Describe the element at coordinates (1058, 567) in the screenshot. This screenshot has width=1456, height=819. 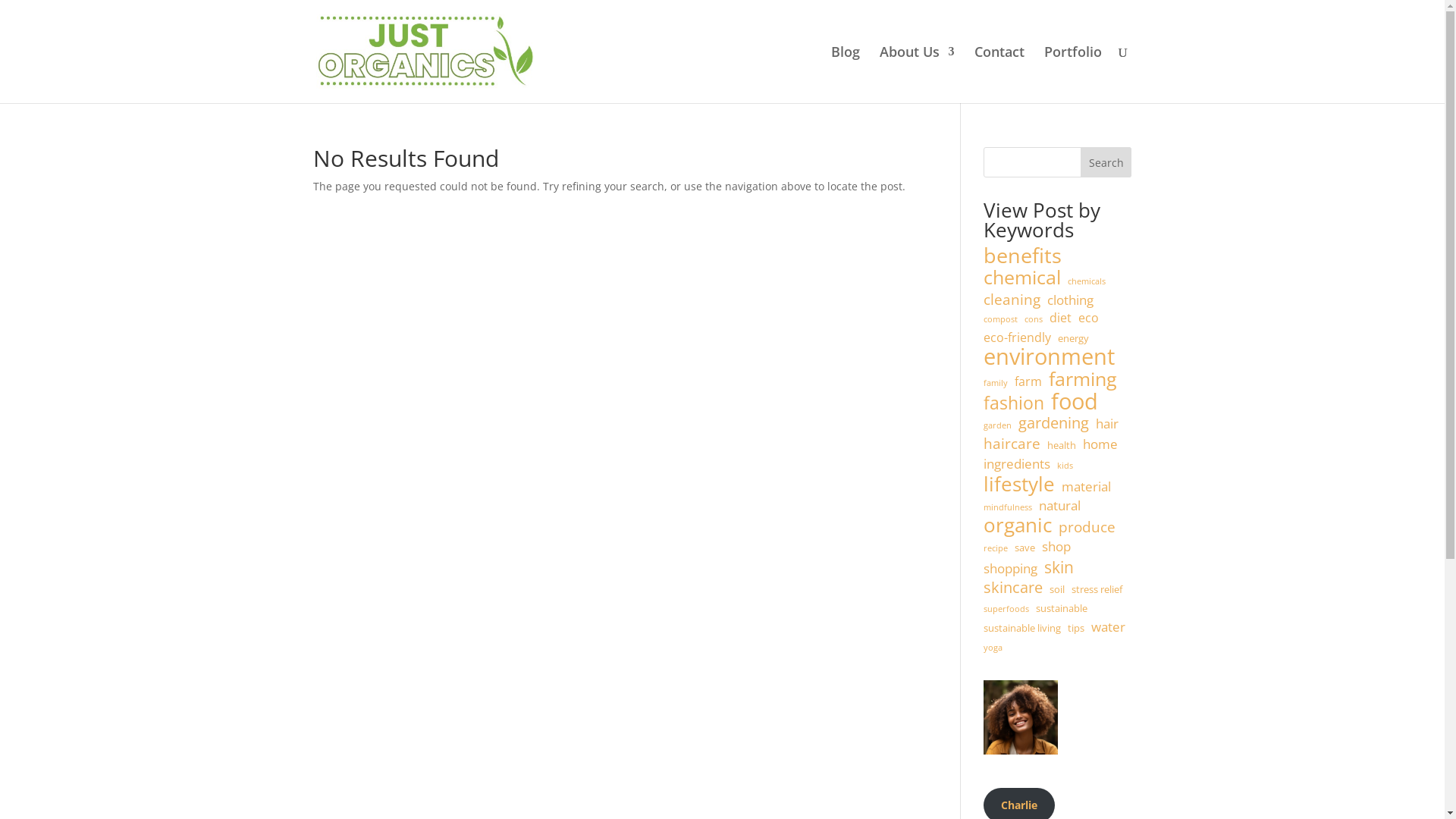
I see `'skin'` at that location.